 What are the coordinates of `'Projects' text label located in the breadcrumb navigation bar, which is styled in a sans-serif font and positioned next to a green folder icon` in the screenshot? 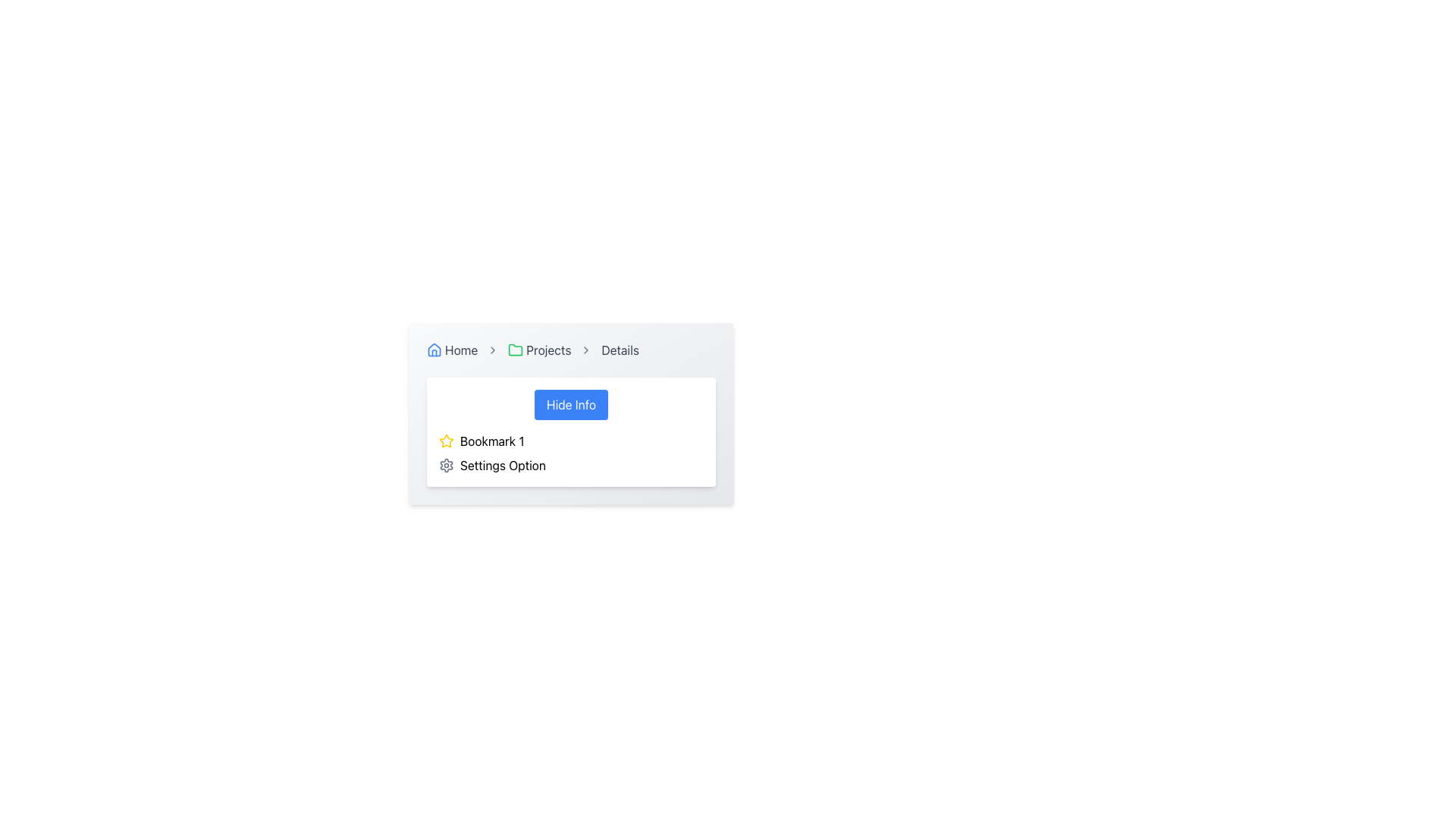 It's located at (548, 350).